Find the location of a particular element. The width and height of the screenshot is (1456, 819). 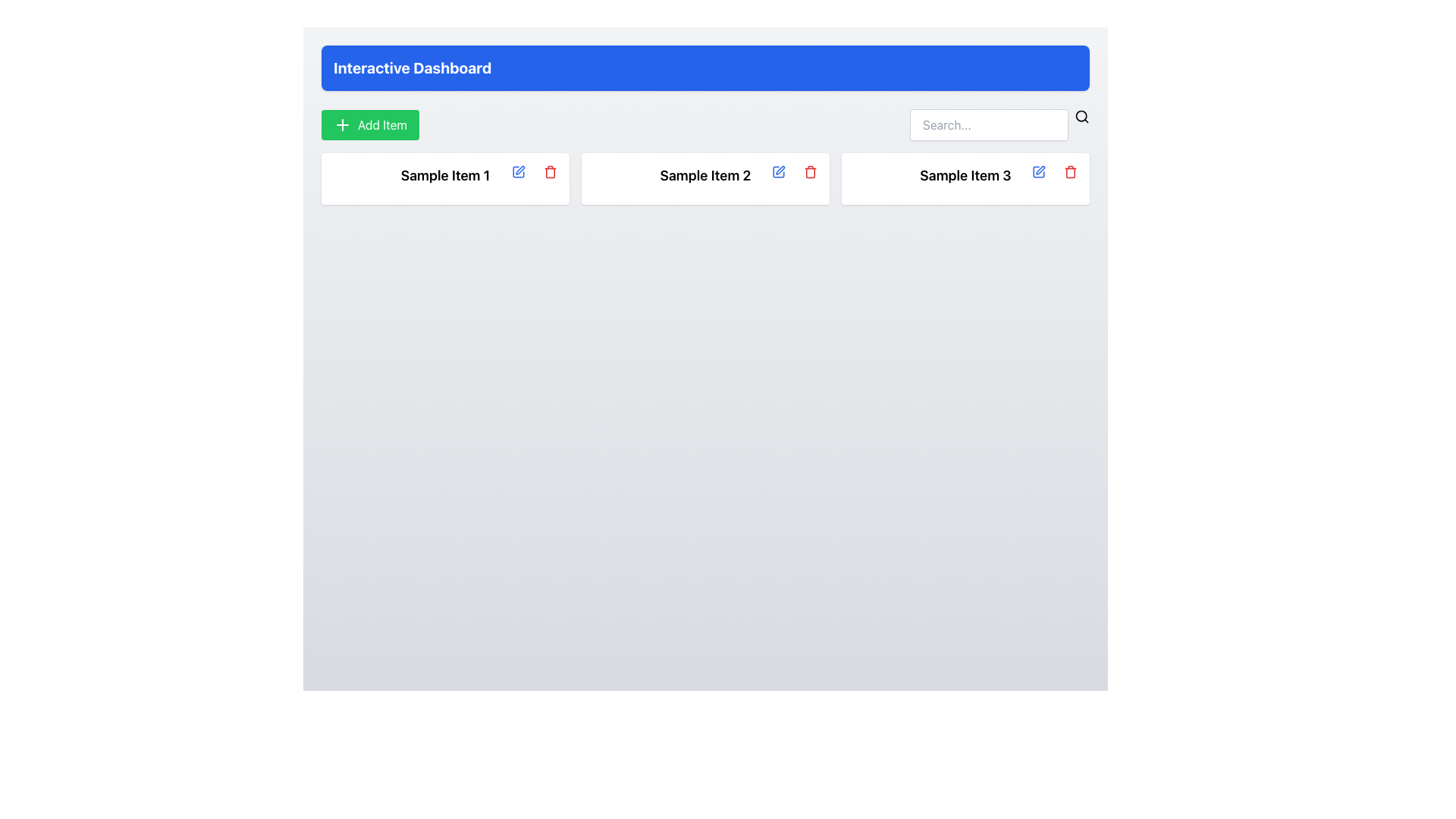

the edit icon located to the left of the trash can icon within the first item's action options is located at coordinates (520, 170).